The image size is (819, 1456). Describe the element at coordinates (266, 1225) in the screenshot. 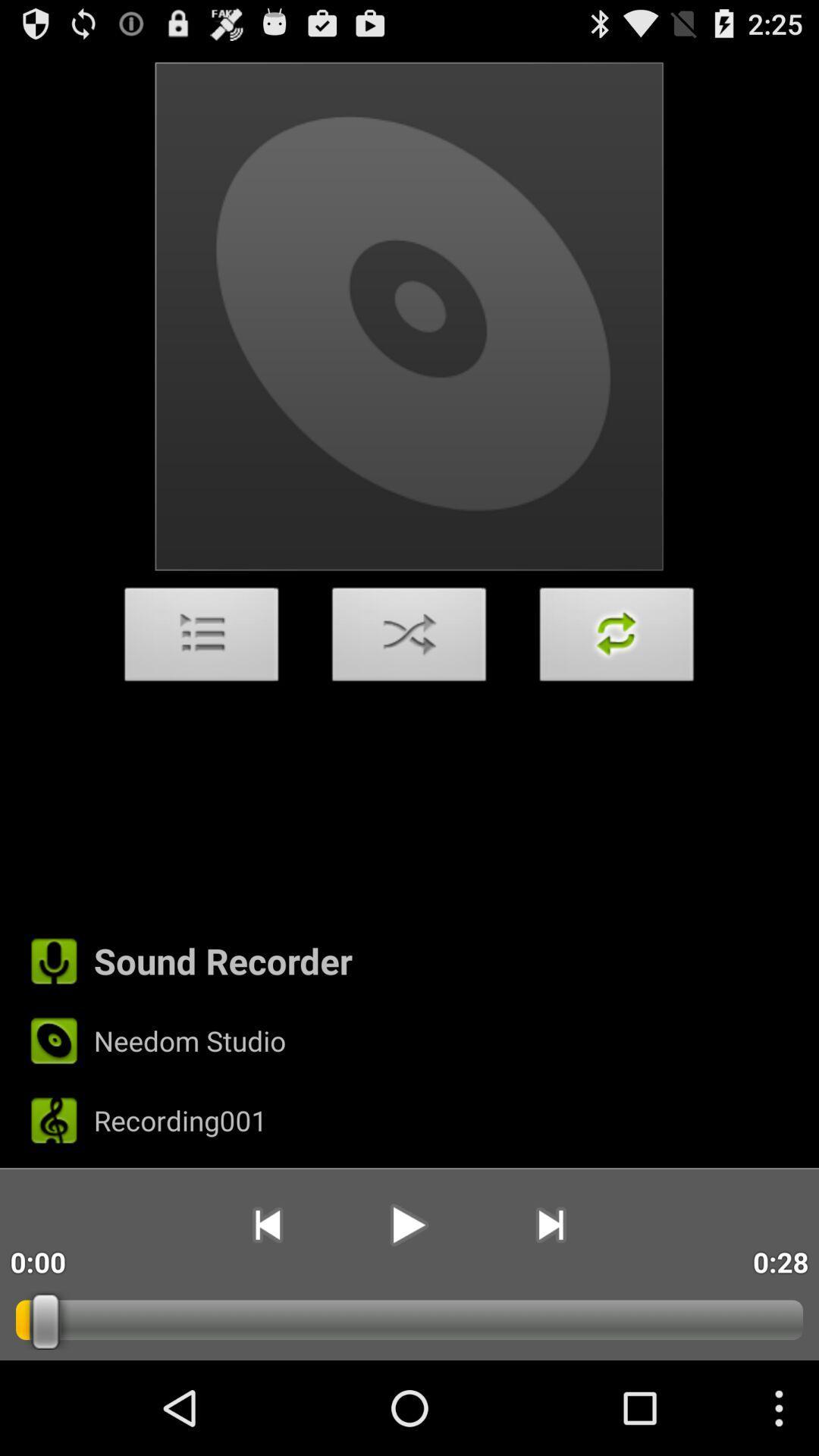

I see `the app to the right of the 0:00 item` at that location.